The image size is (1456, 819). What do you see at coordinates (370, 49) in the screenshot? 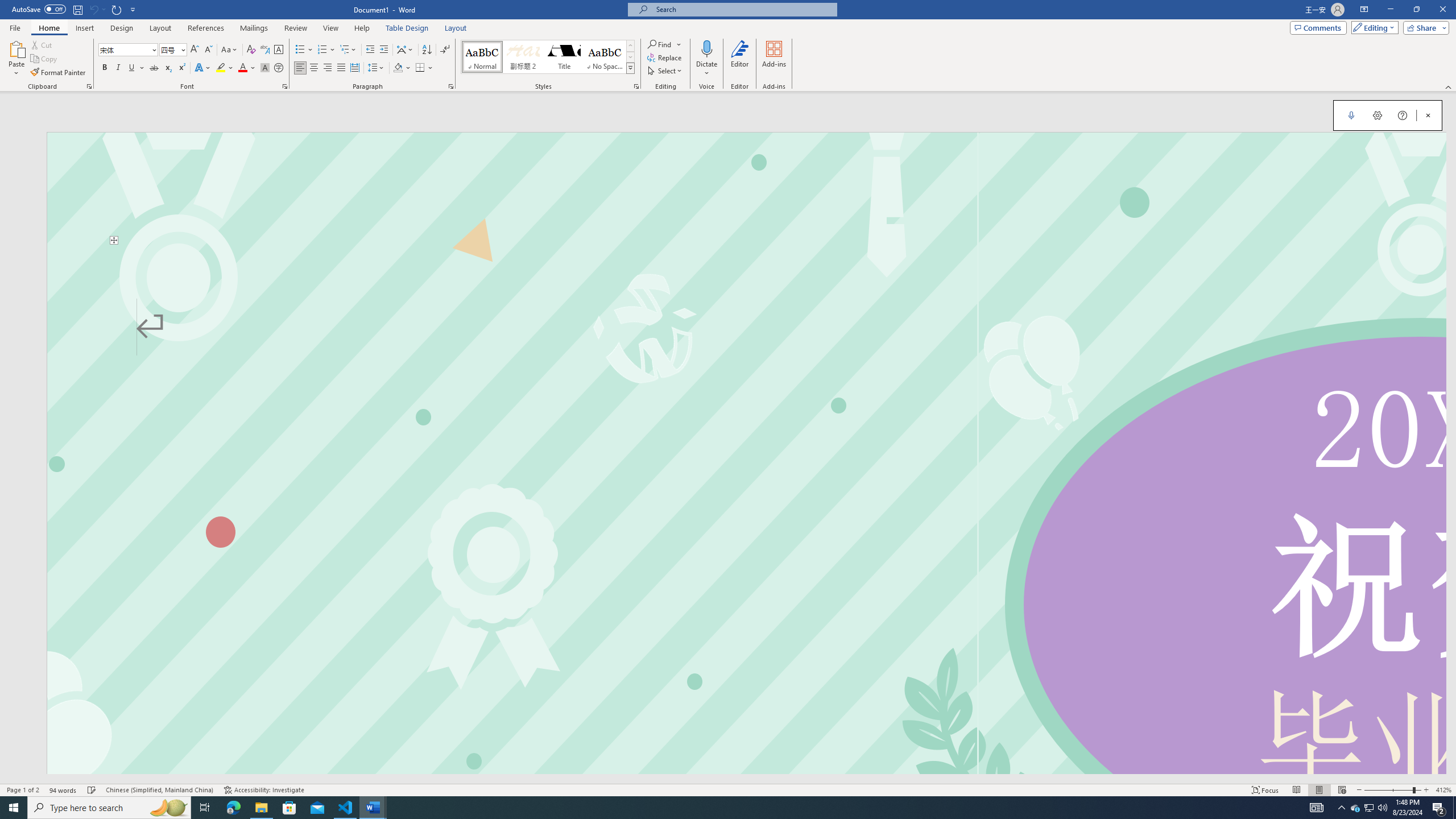
I see `'Decrease Indent'` at bounding box center [370, 49].